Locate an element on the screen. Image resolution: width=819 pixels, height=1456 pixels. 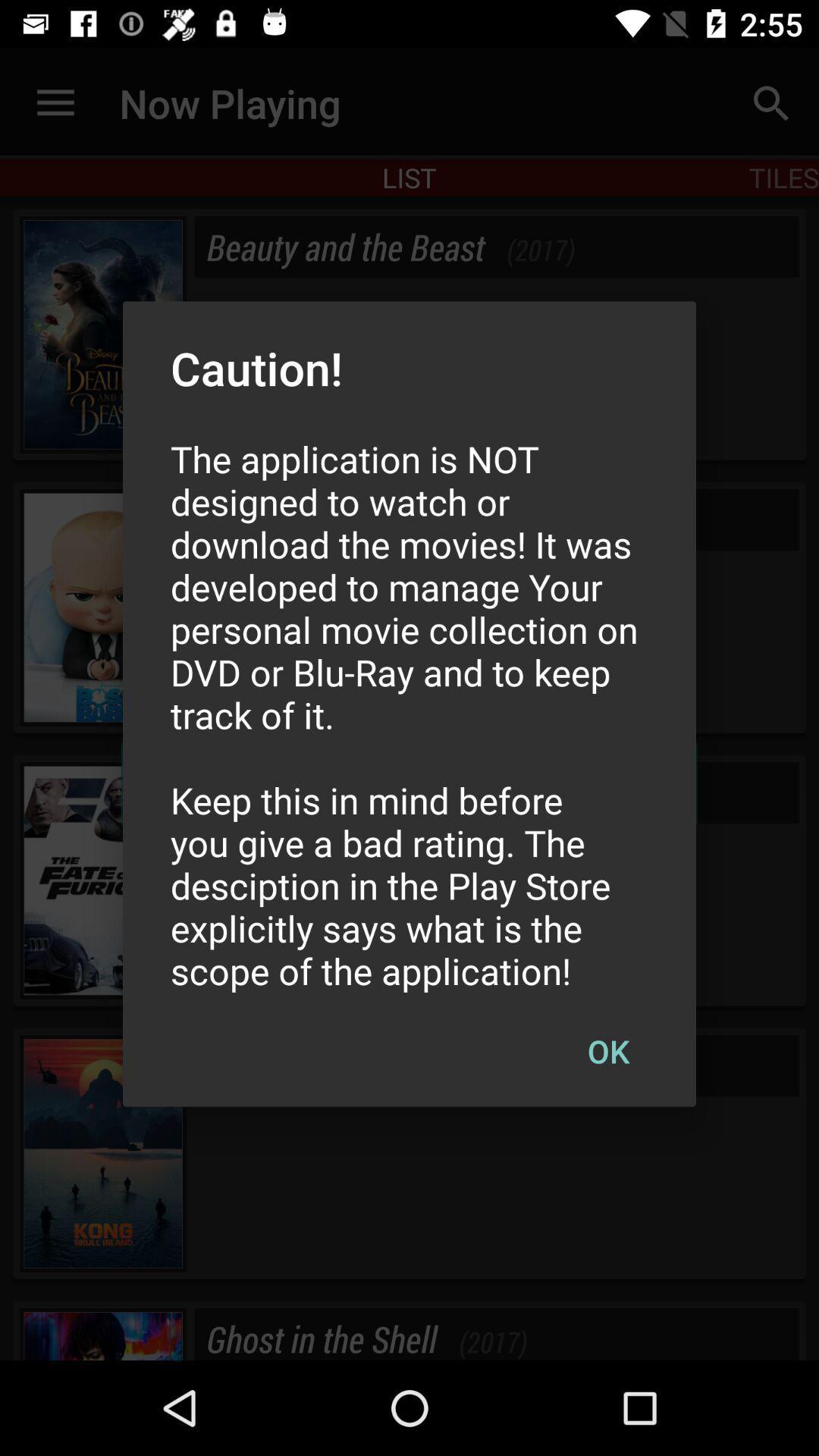
the item below the the application is item is located at coordinates (607, 1050).